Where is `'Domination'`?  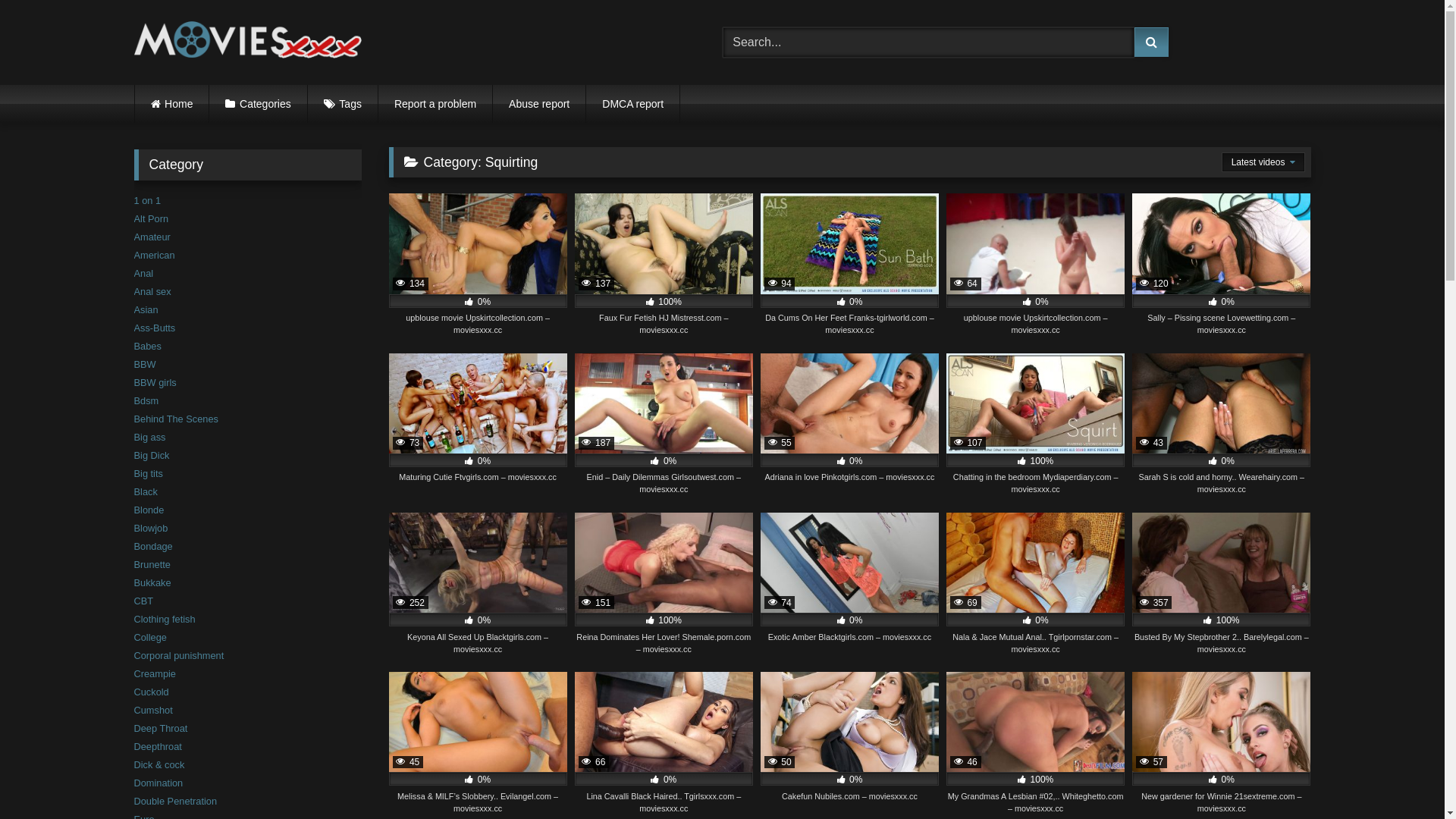
'Domination' is located at coordinates (133, 783).